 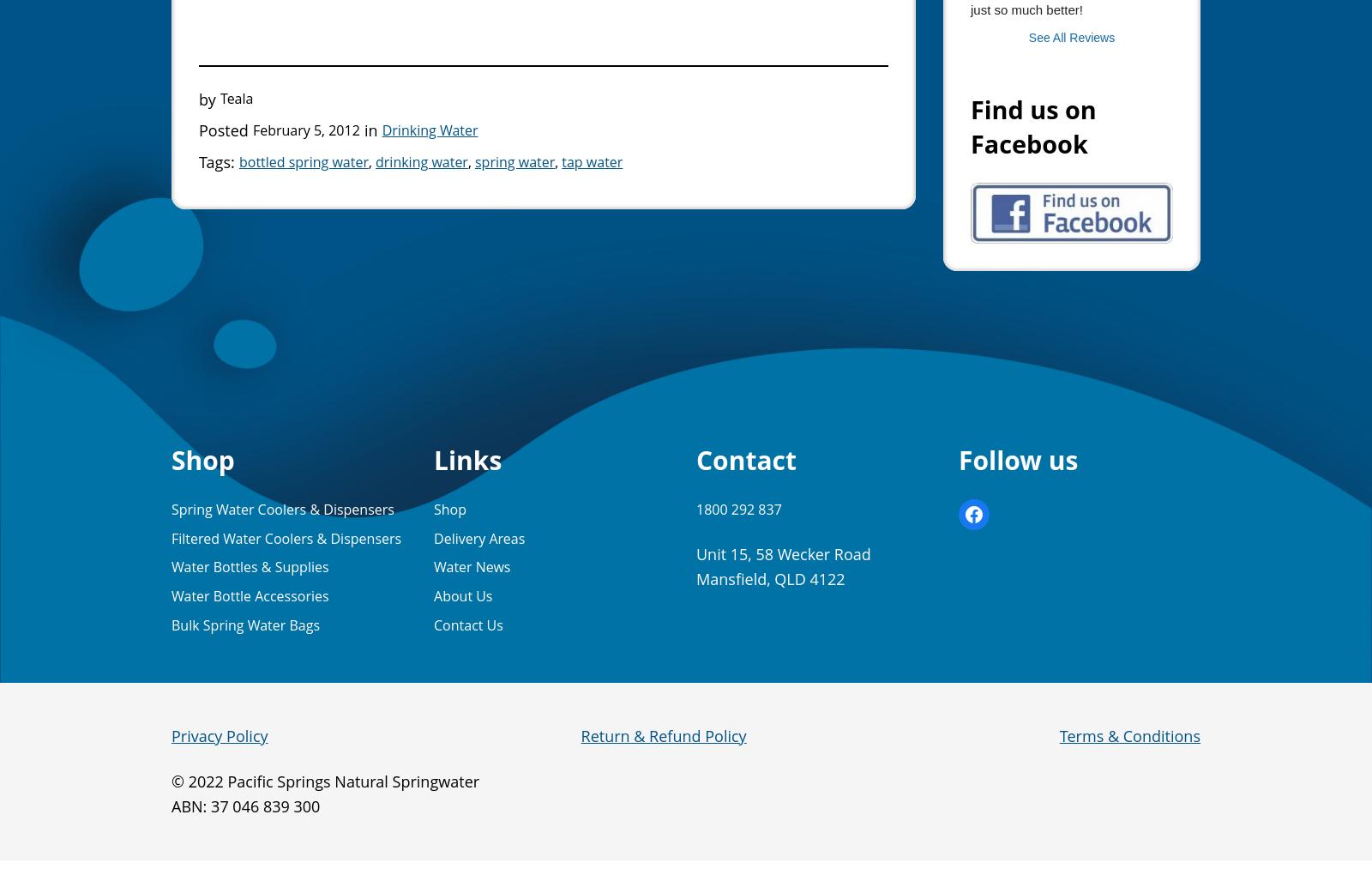 What do you see at coordinates (1018, 459) in the screenshot?
I see `'Follow us'` at bounding box center [1018, 459].